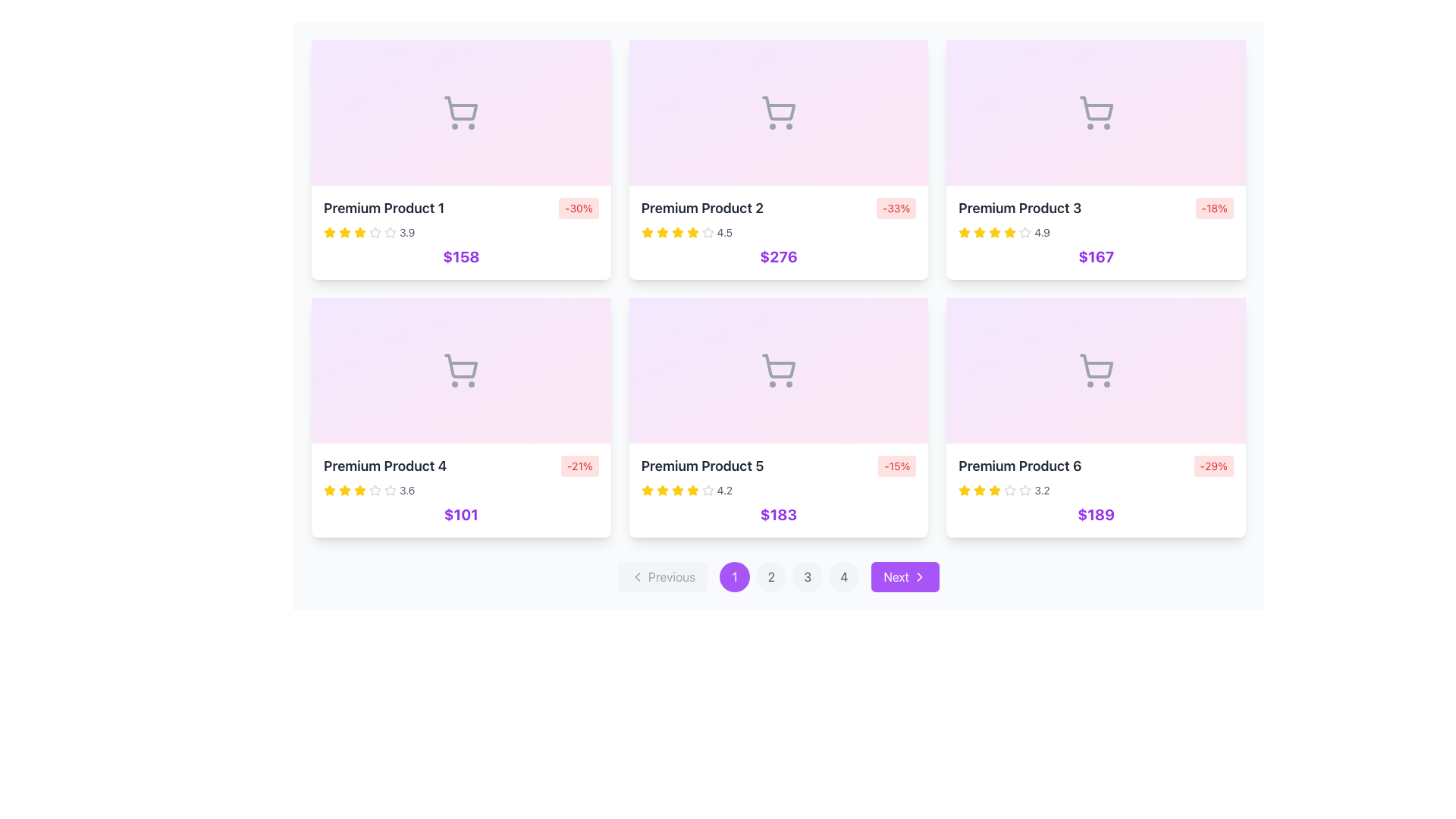  What do you see at coordinates (647, 490) in the screenshot?
I see `the second yellow star icon in the rating system of the 'Premium Product 5' card to rate it` at bounding box center [647, 490].